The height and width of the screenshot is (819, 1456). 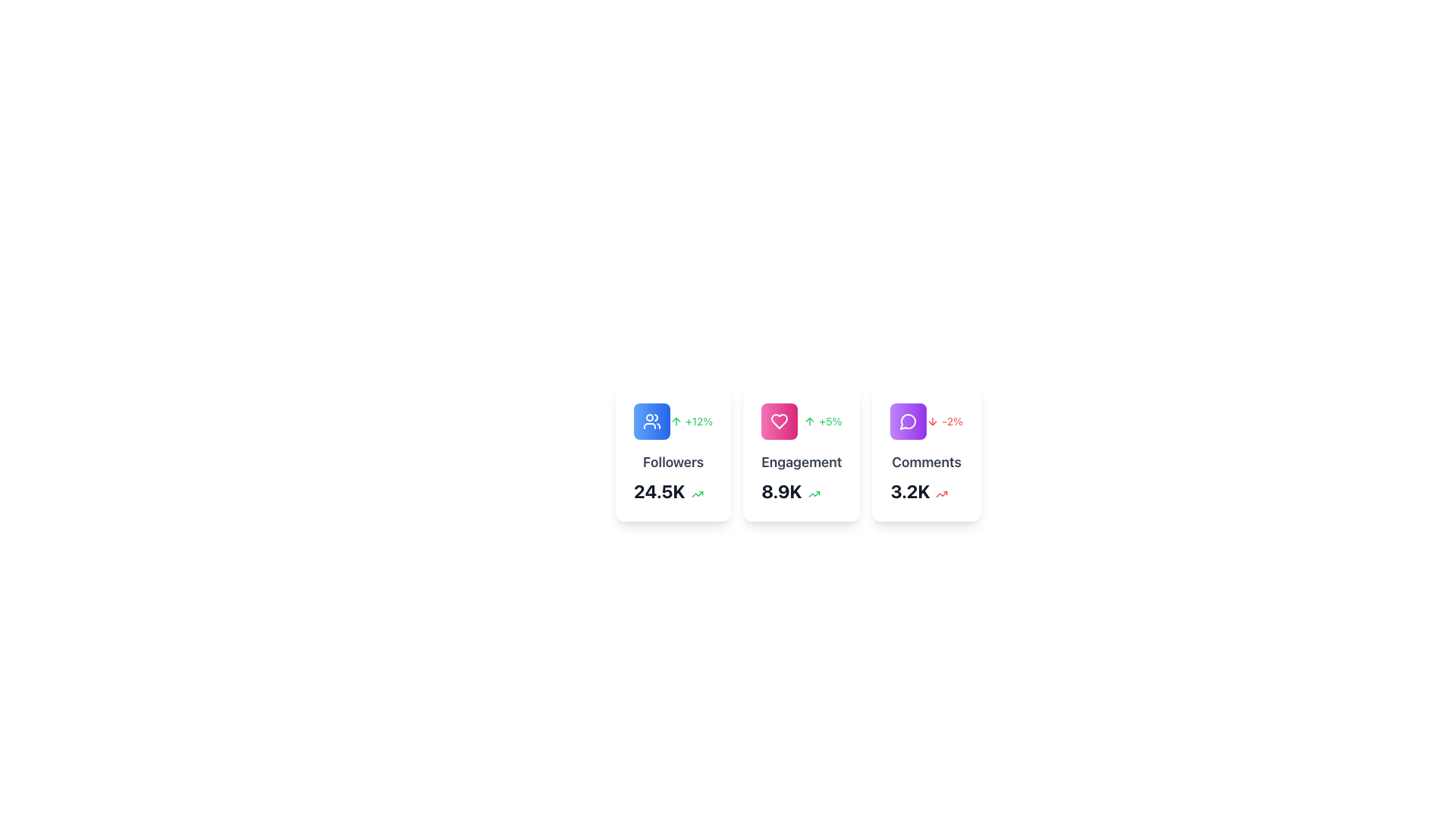 What do you see at coordinates (926, 491) in the screenshot?
I see `displayed text '3.2K' from the Statistical display with icon located in the third card labeled 'Comments'` at bounding box center [926, 491].